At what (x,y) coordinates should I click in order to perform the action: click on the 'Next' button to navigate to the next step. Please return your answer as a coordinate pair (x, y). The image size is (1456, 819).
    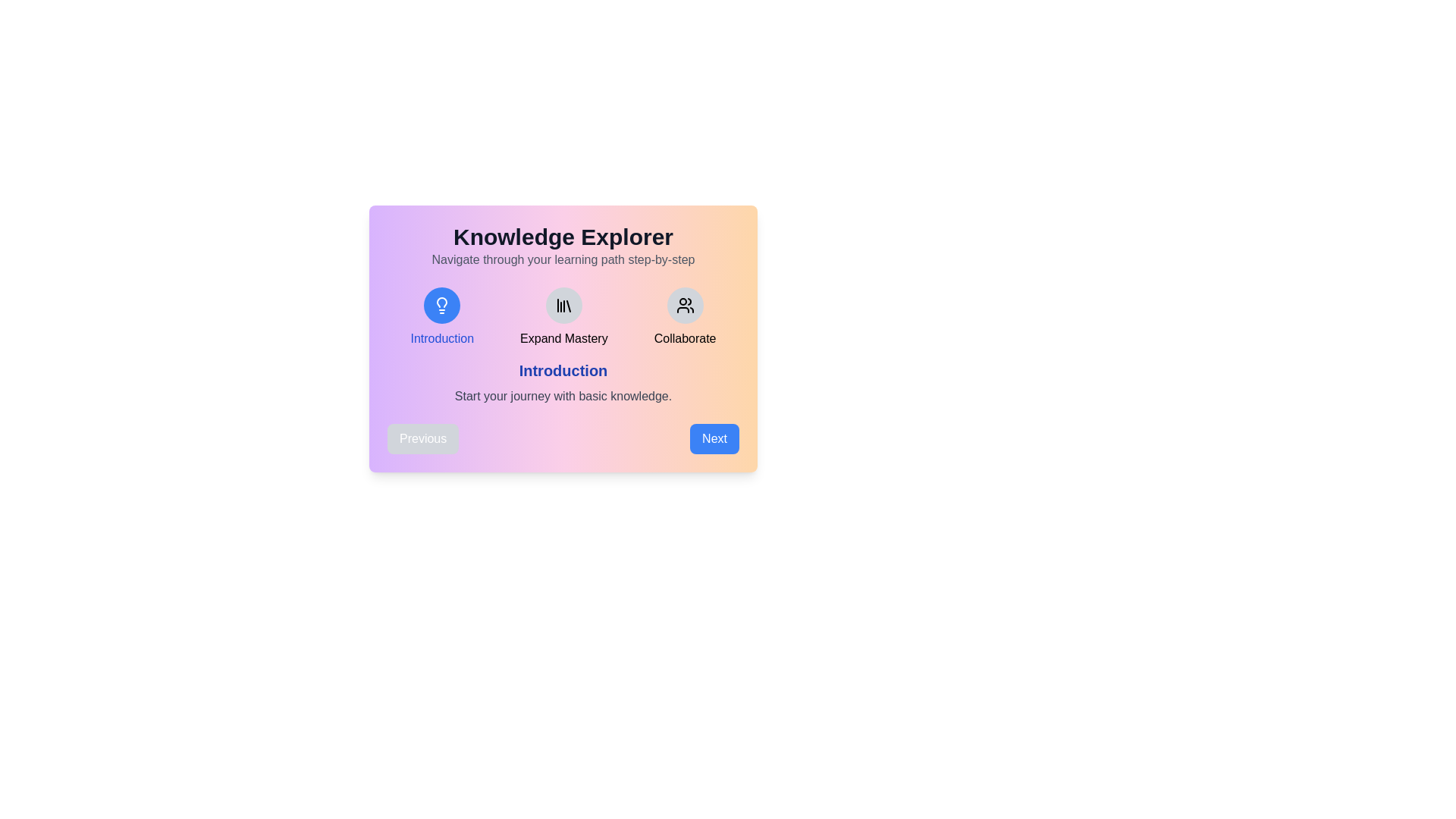
    Looking at the image, I should click on (714, 438).